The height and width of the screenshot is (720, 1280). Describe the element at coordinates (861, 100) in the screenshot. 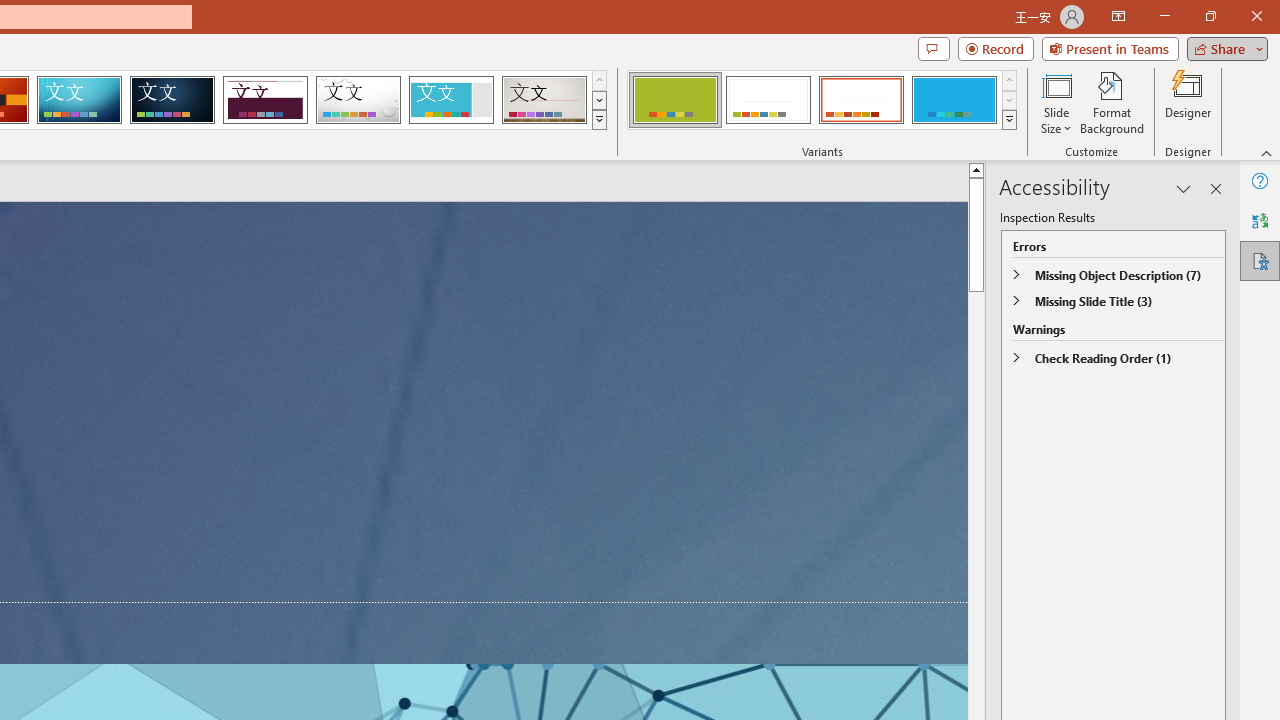

I see `'Basis Variant 3'` at that location.